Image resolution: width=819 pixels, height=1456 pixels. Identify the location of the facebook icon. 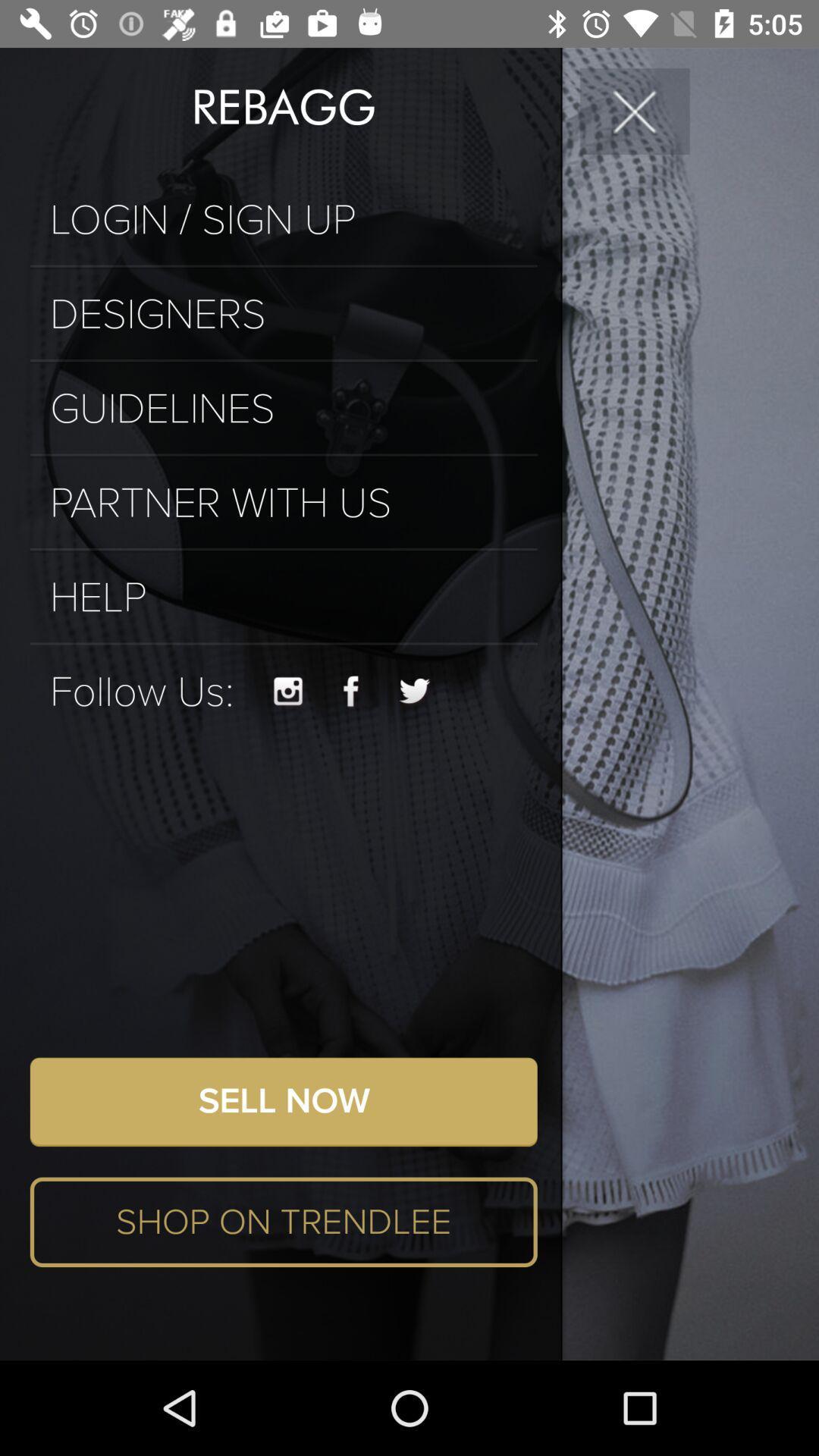
(351, 691).